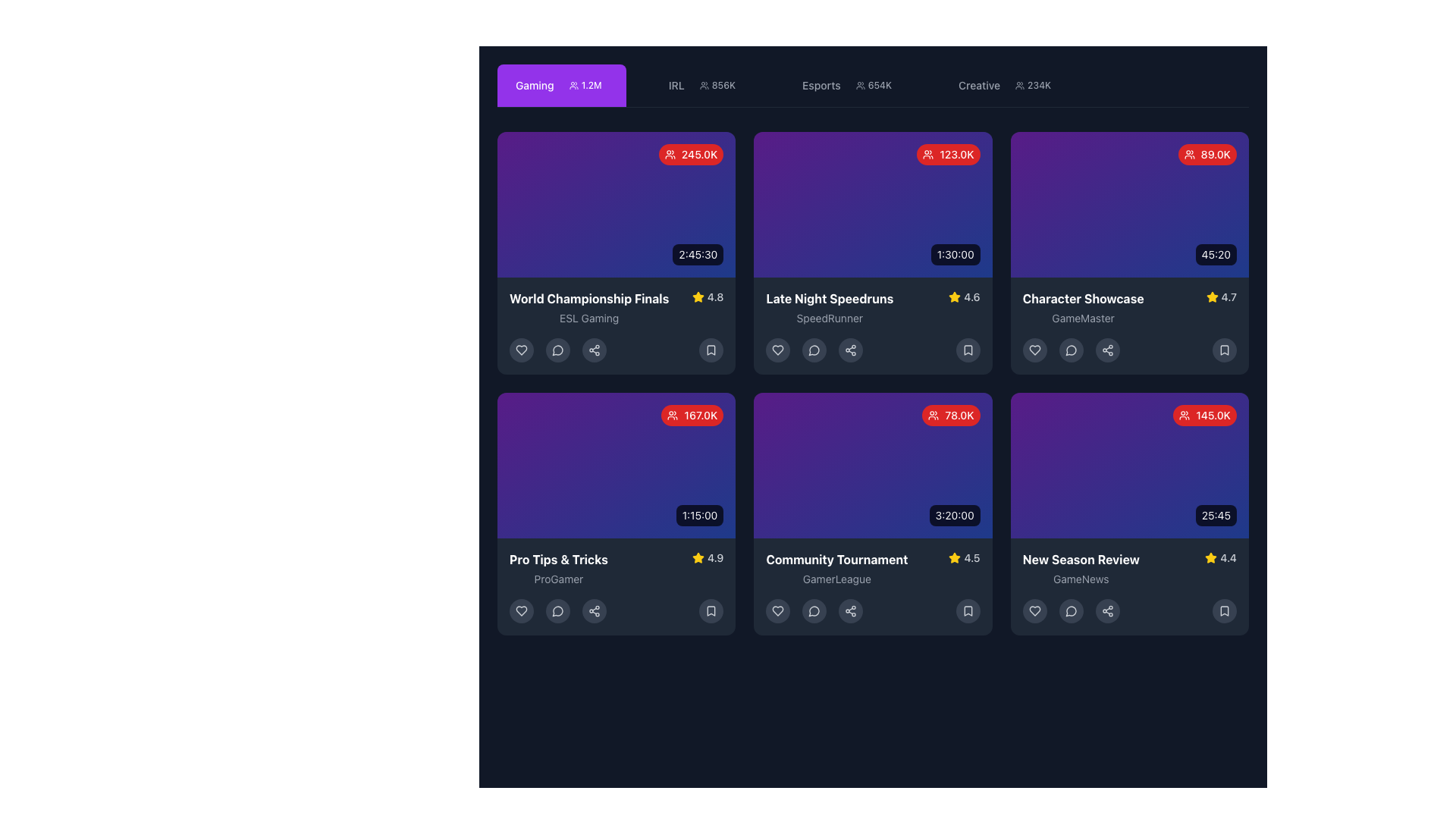 This screenshot has width=1456, height=819. Describe the element at coordinates (873, 586) in the screenshot. I see `the community tournament informational card located in the third row, second from the left, below the 'Late Night Speedruns' card` at that location.